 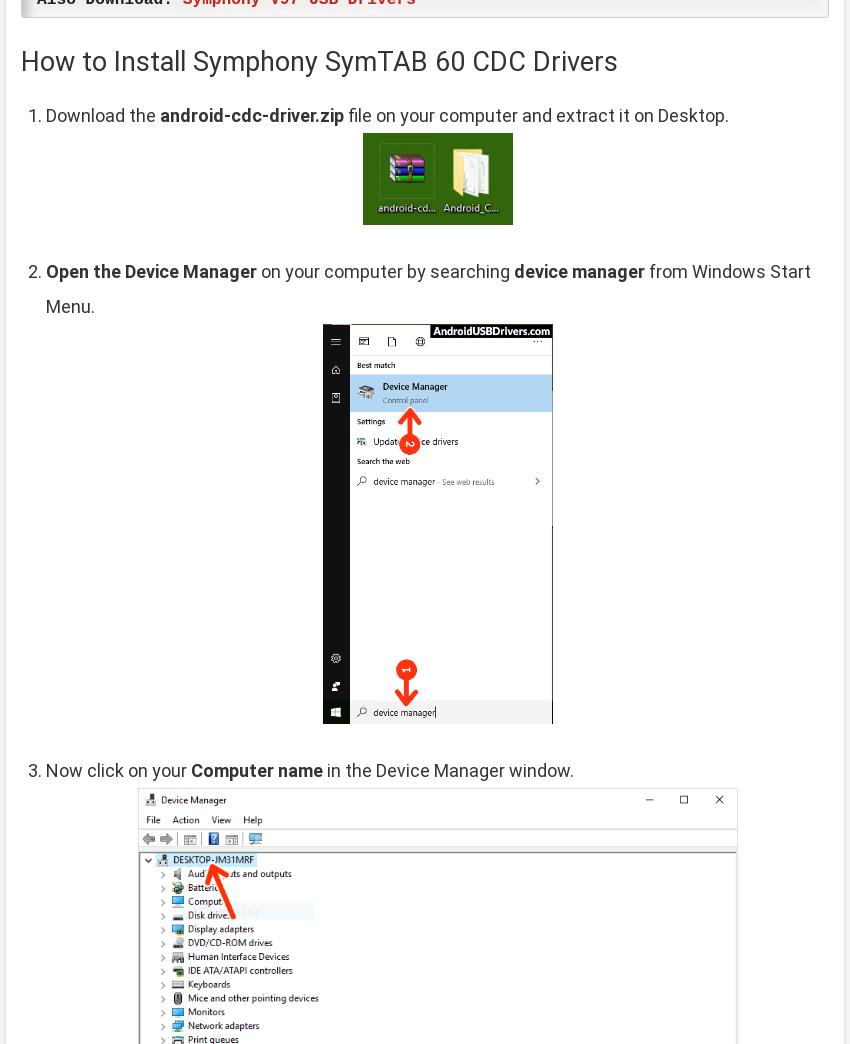 What do you see at coordinates (45, 114) in the screenshot?
I see `'Download the'` at bounding box center [45, 114].